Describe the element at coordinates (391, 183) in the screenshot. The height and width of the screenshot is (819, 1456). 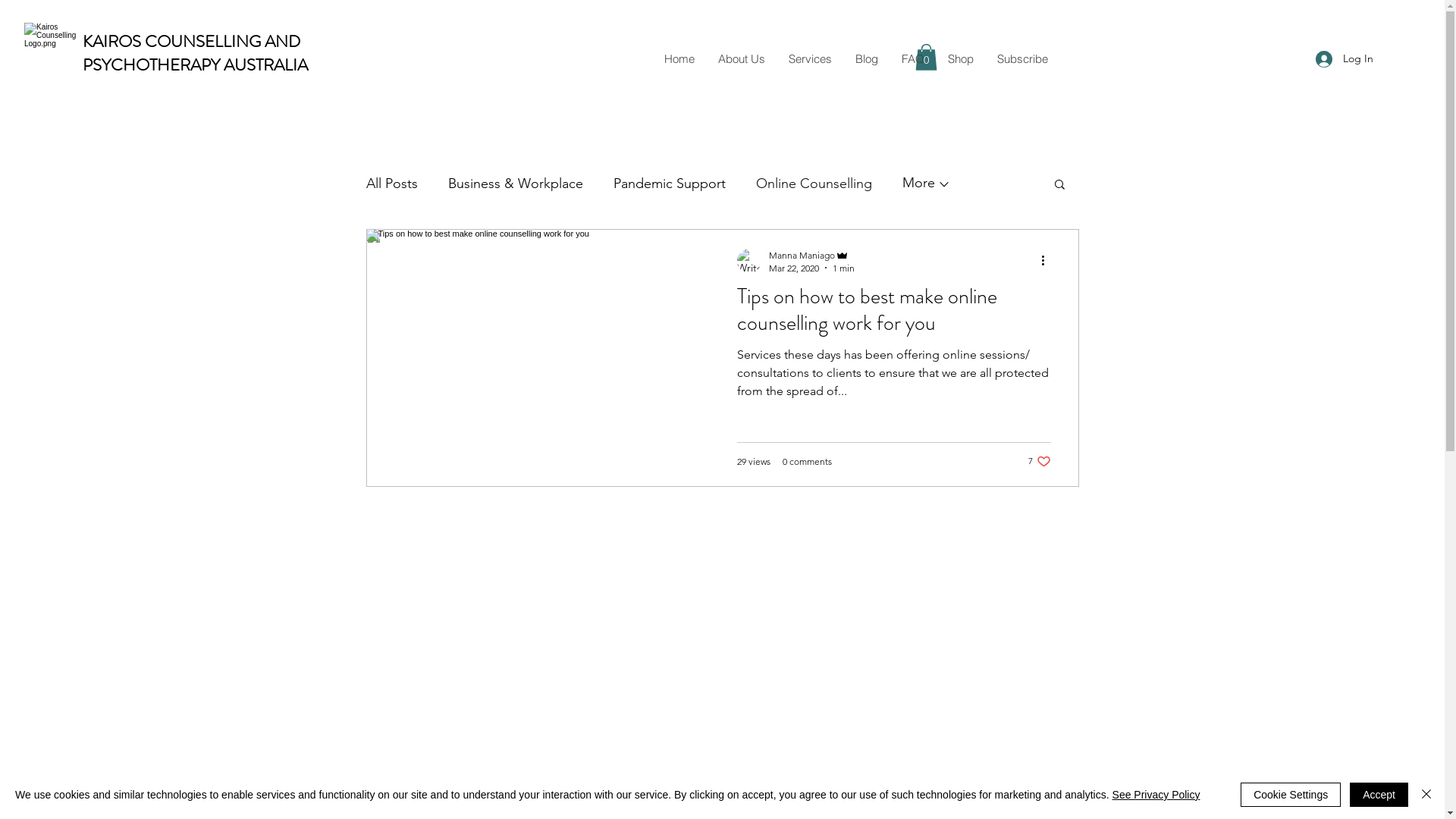
I see `'All Posts'` at that location.